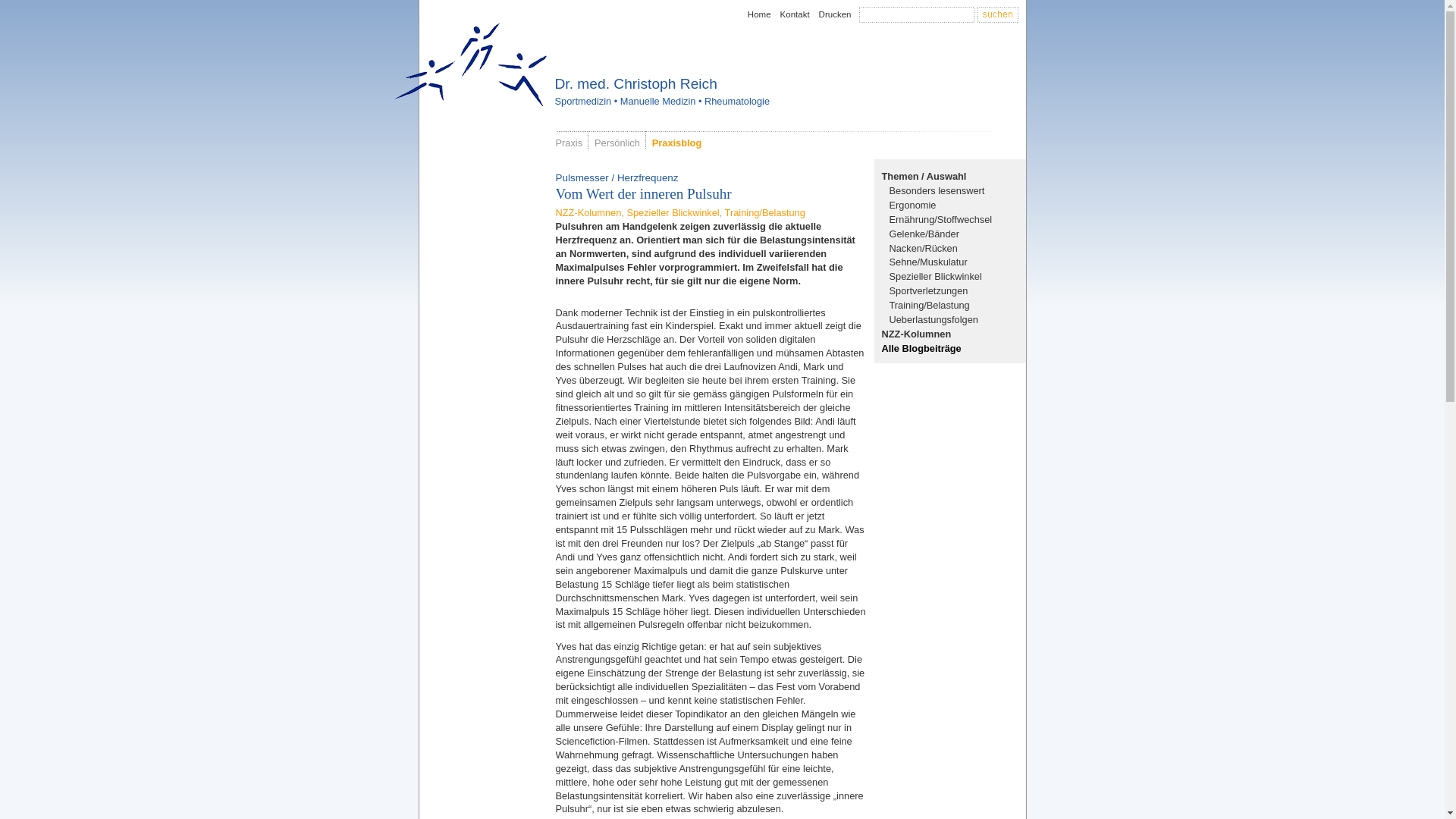 The image size is (1456, 819). Describe the element at coordinates (747, 14) in the screenshot. I see `'Home'` at that location.